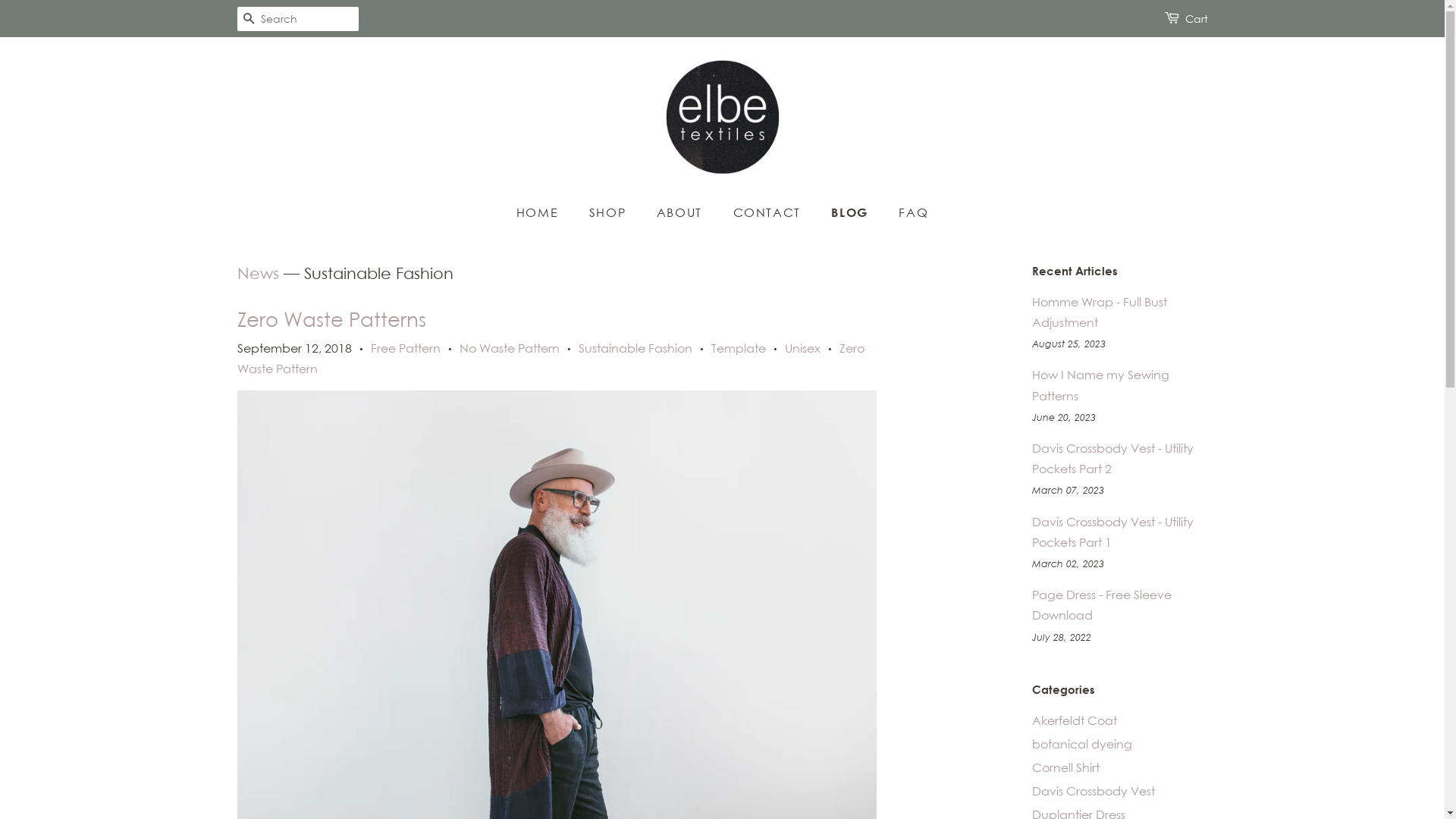  Describe the element at coordinates (851, 212) in the screenshot. I see `'BLOG'` at that location.